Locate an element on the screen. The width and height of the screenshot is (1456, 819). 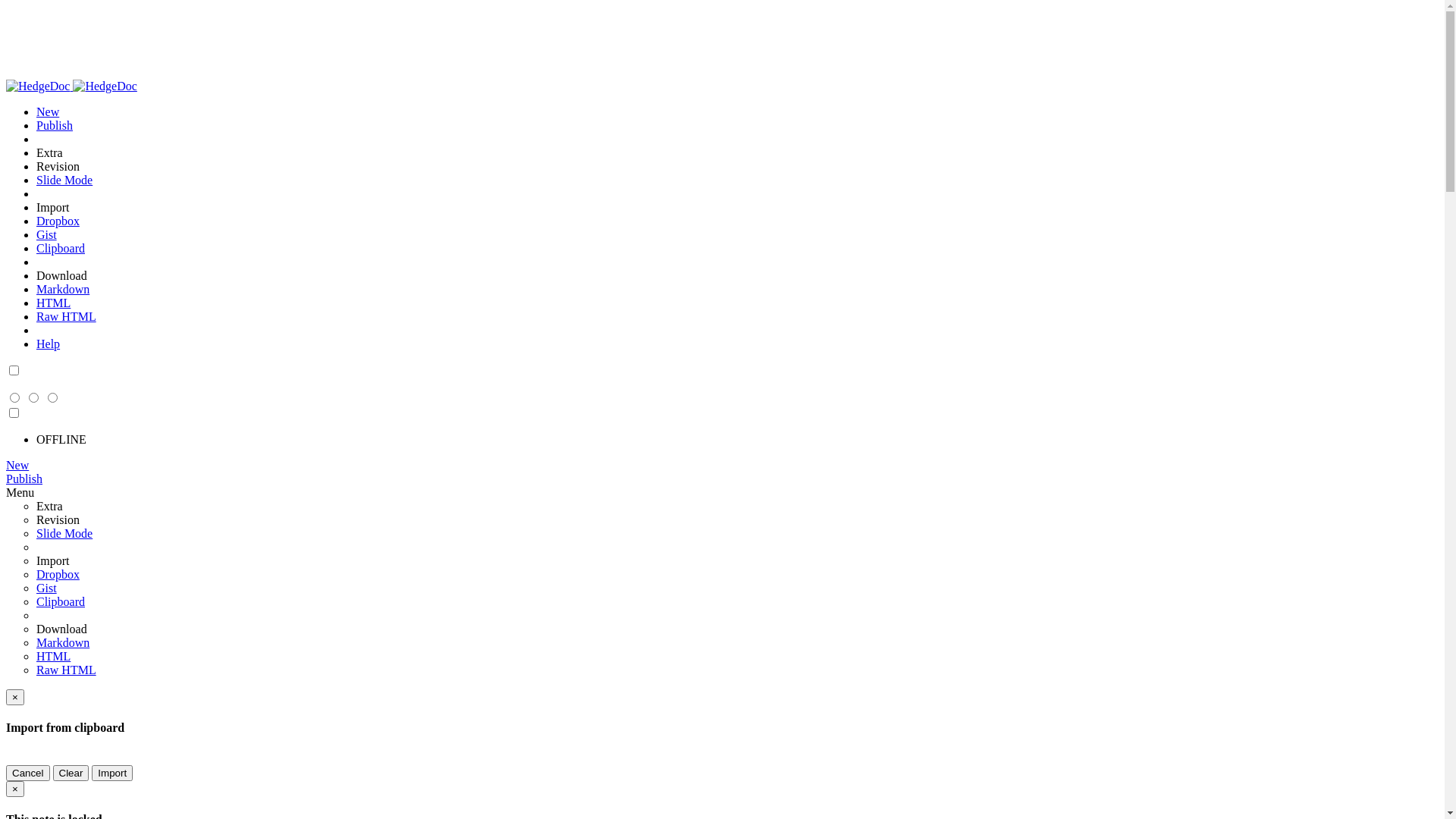
'HTML' is located at coordinates (53, 655).